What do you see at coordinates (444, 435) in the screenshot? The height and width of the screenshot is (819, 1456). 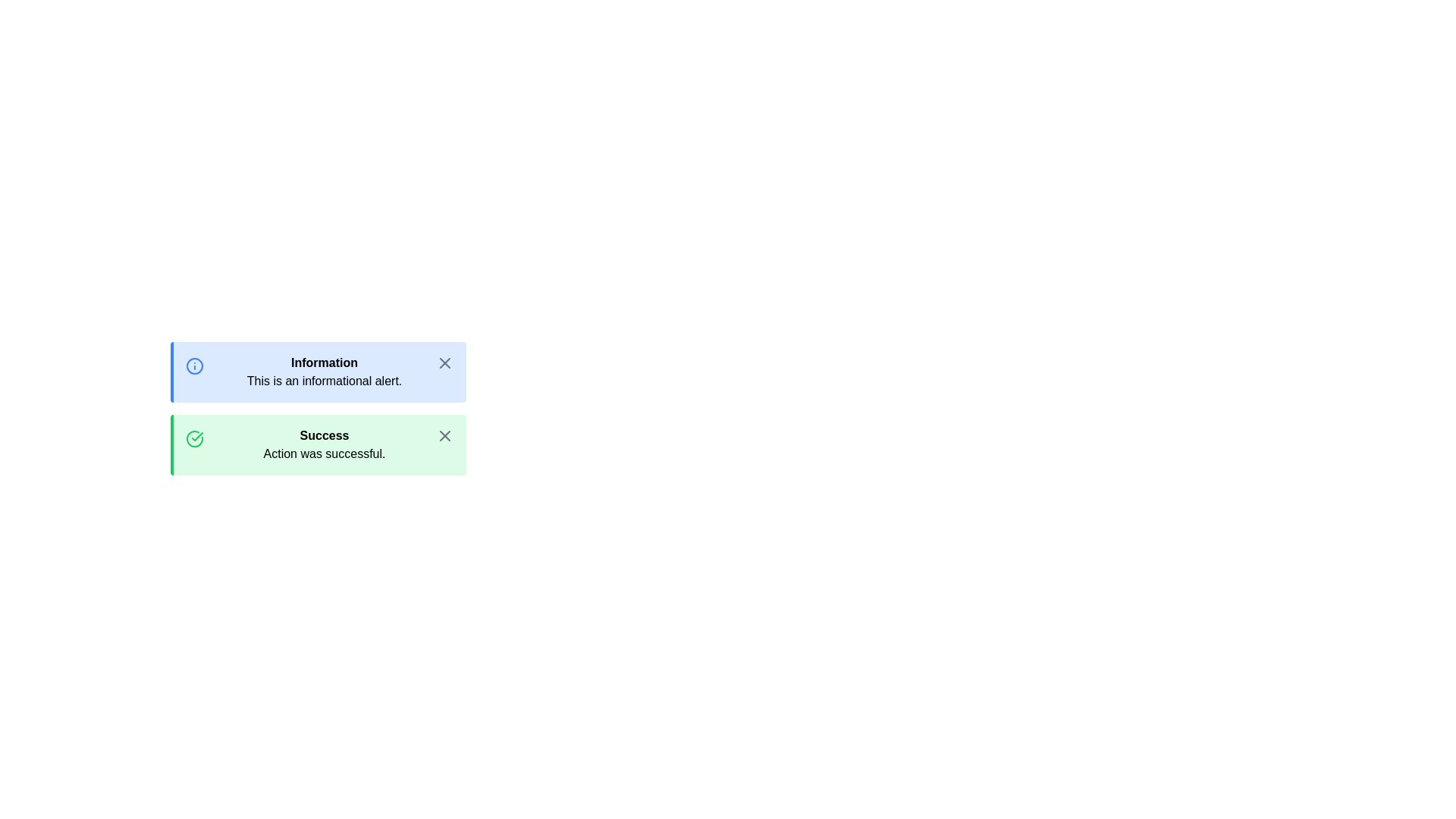 I see `the 'X' icon in the top-right corner of the success notification` at bounding box center [444, 435].